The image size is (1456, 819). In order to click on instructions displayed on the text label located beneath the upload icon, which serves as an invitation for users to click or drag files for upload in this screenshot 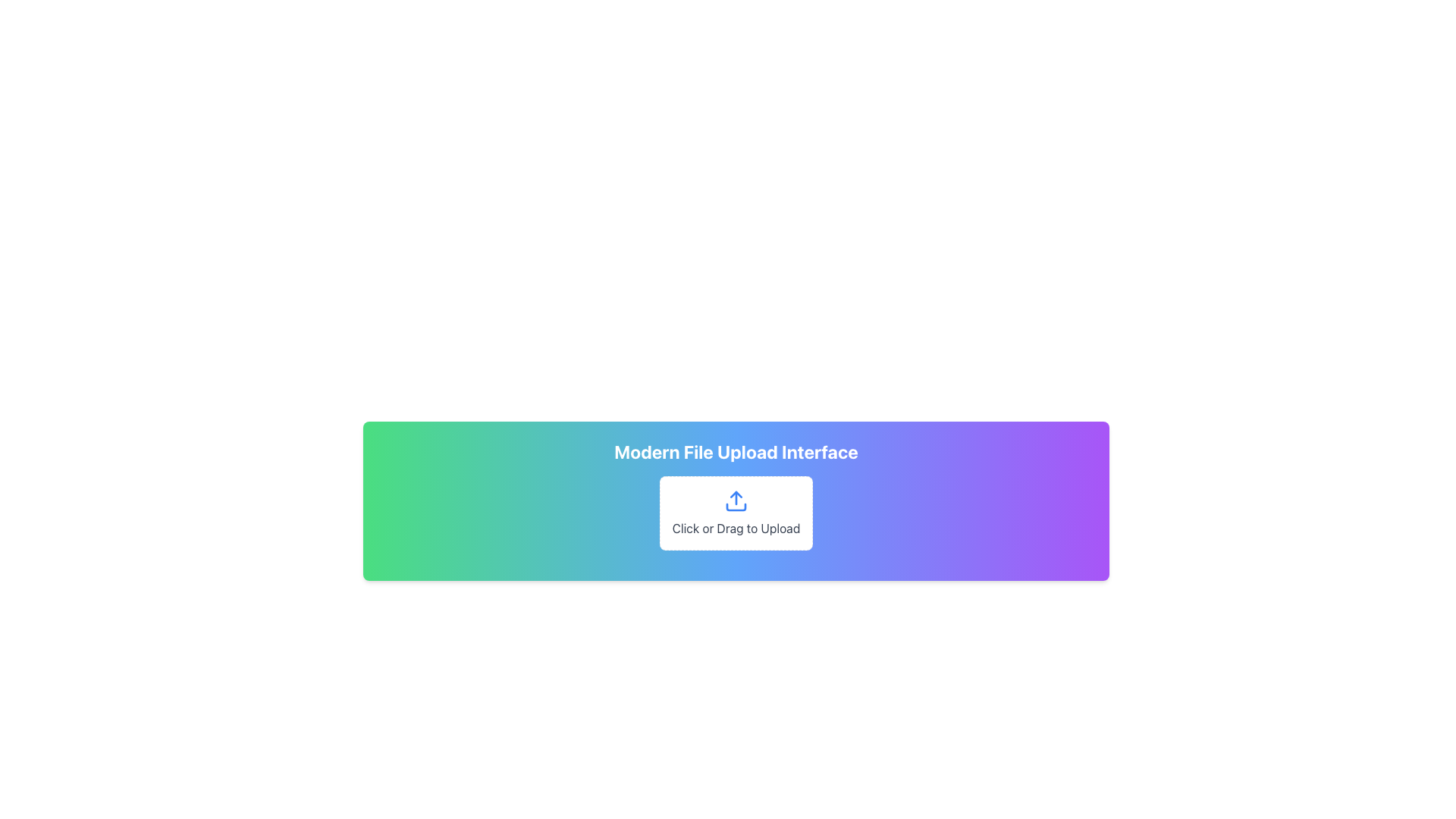, I will do `click(736, 528)`.